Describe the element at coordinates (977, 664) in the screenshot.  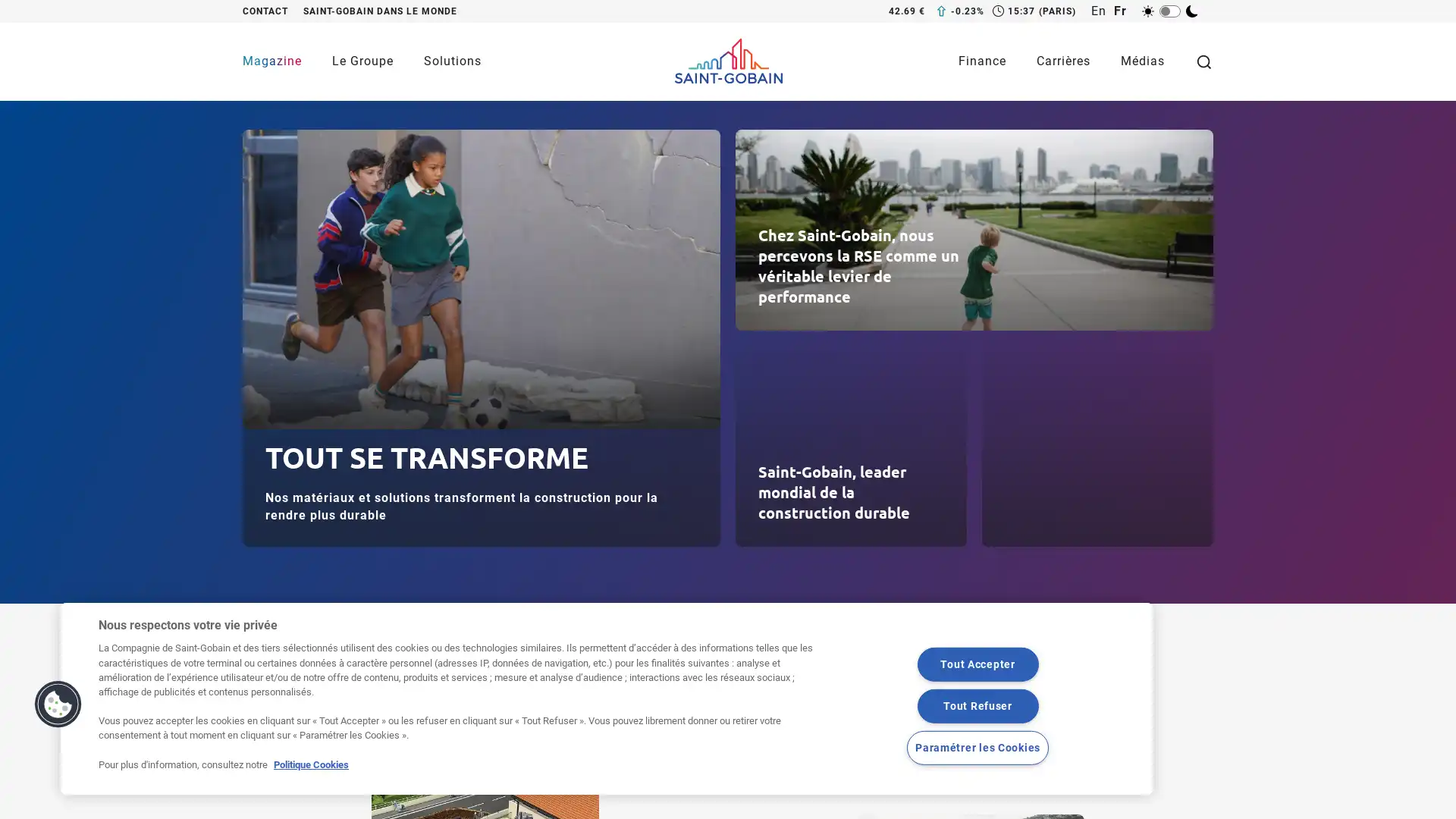
I see `Tout Accepter` at that location.